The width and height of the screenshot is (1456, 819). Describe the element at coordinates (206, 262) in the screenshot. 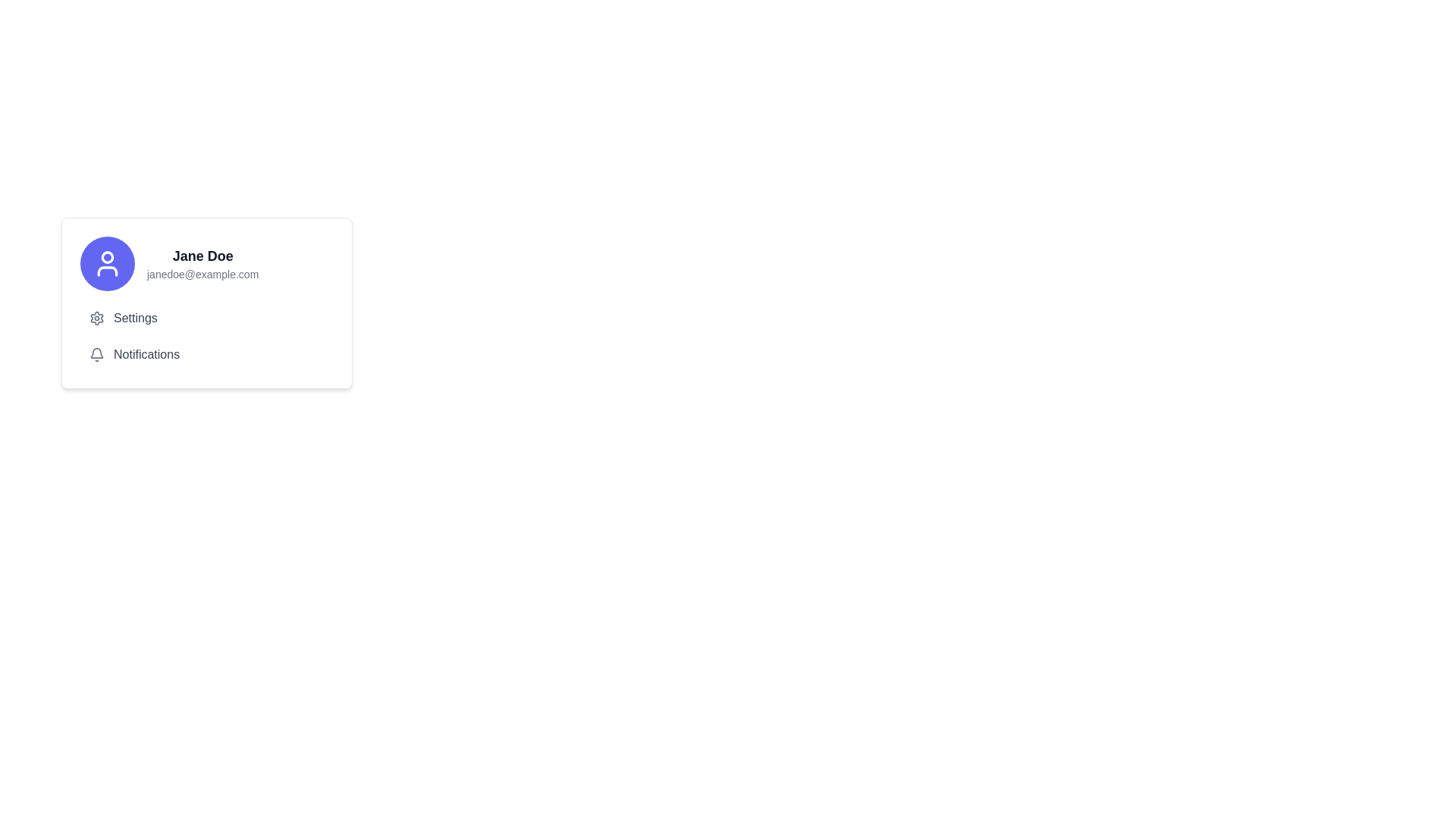

I see `the user profile section displaying 'Jane Doe' and 'janedoe@example.com'` at that location.